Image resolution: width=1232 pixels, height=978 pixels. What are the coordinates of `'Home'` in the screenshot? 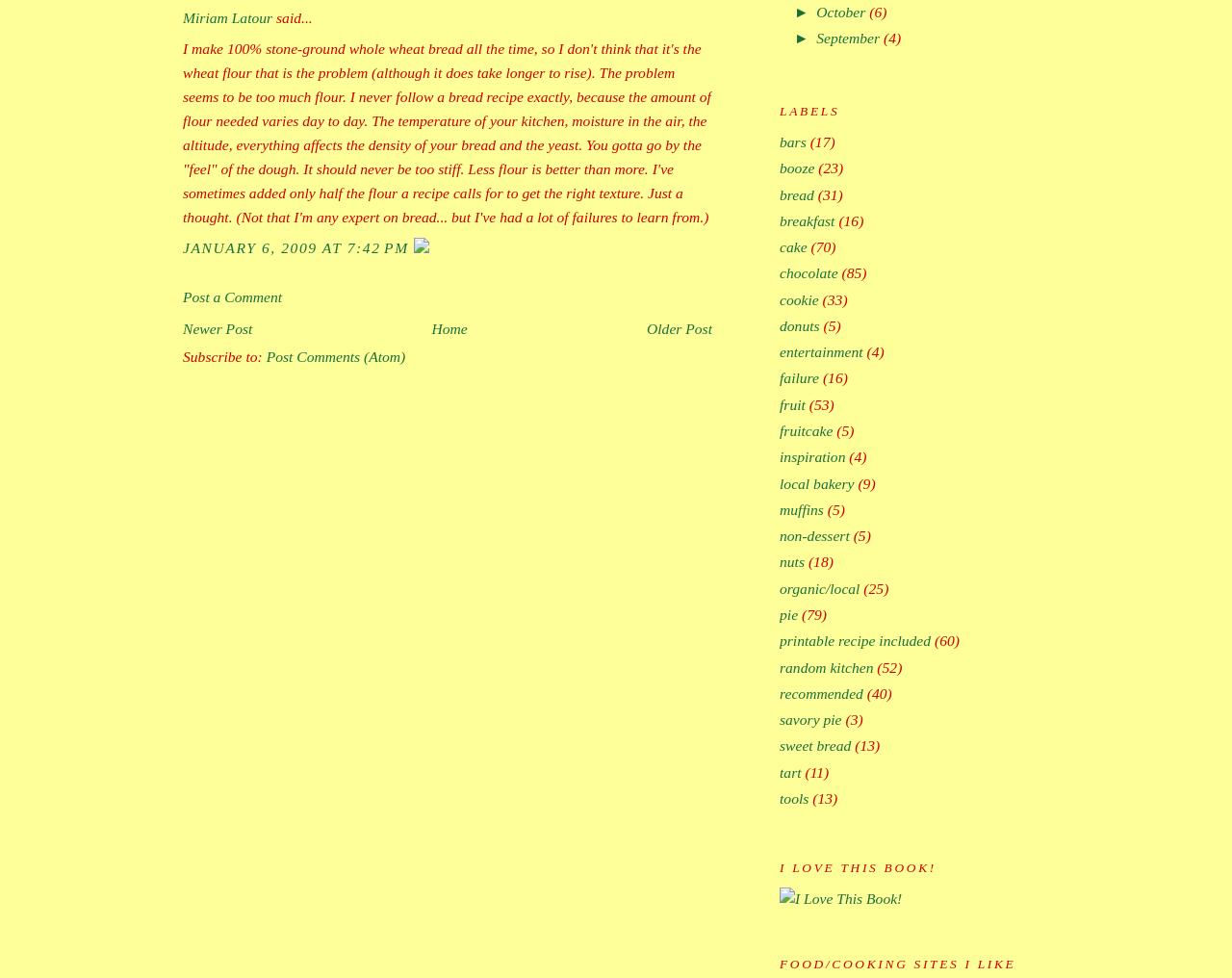 It's located at (448, 328).